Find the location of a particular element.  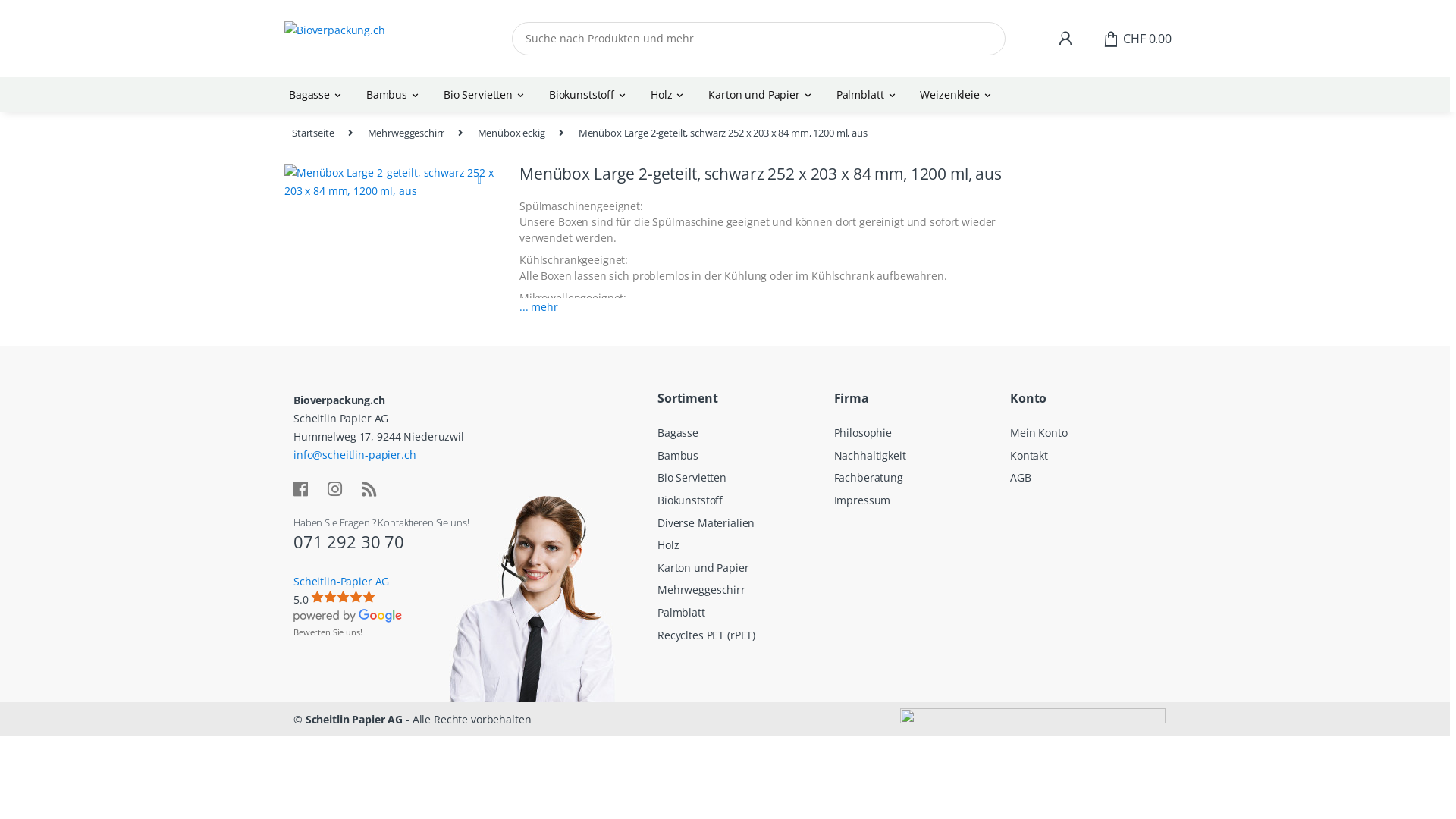

'Mein Konto' is located at coordinates (1009, 432).